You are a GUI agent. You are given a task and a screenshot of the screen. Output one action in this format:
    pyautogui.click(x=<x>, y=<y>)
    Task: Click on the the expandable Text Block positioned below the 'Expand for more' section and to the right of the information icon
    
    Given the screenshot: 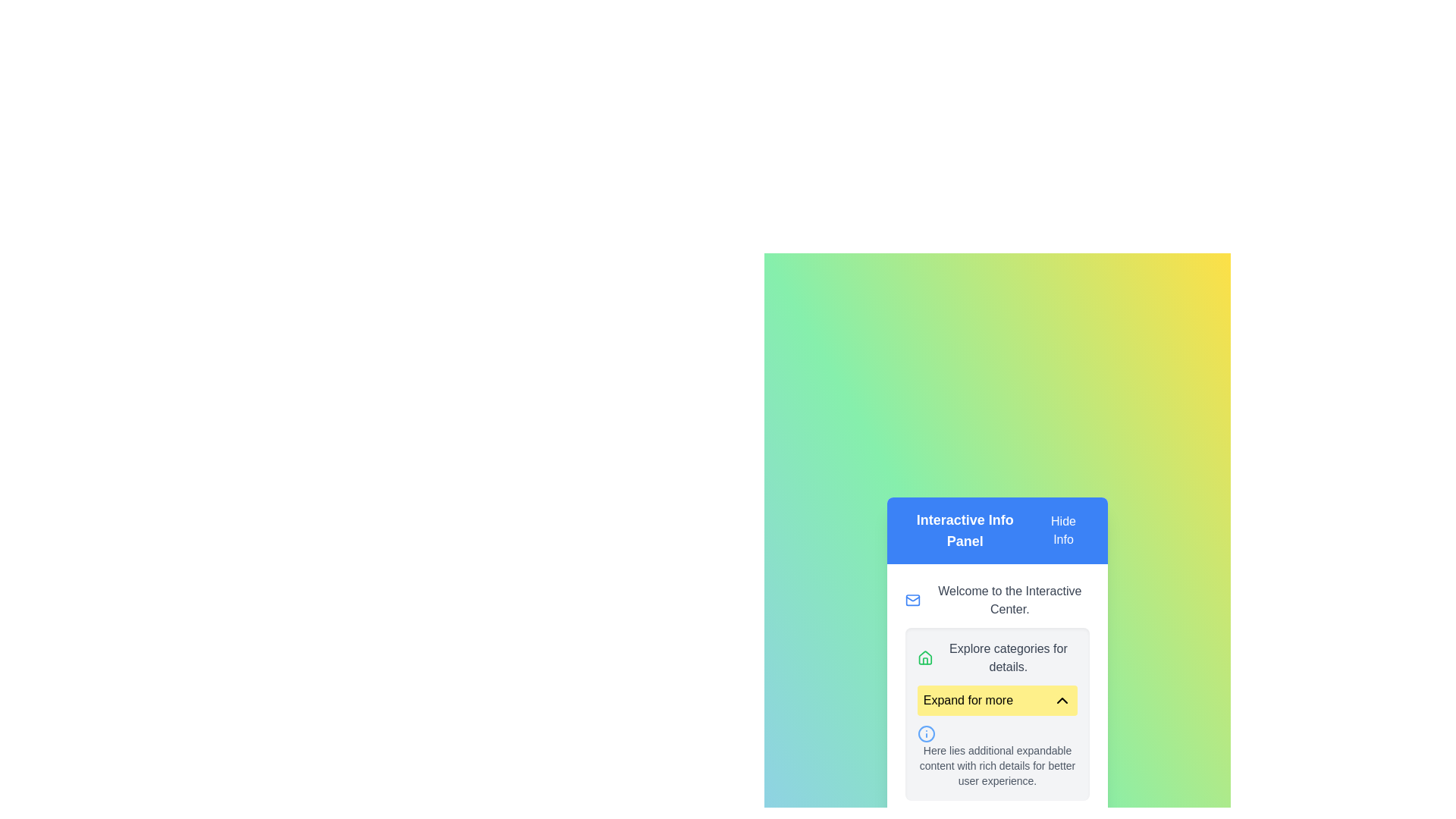 What is the action you would take?
    pyautogui.click(x=997, y=766)
    